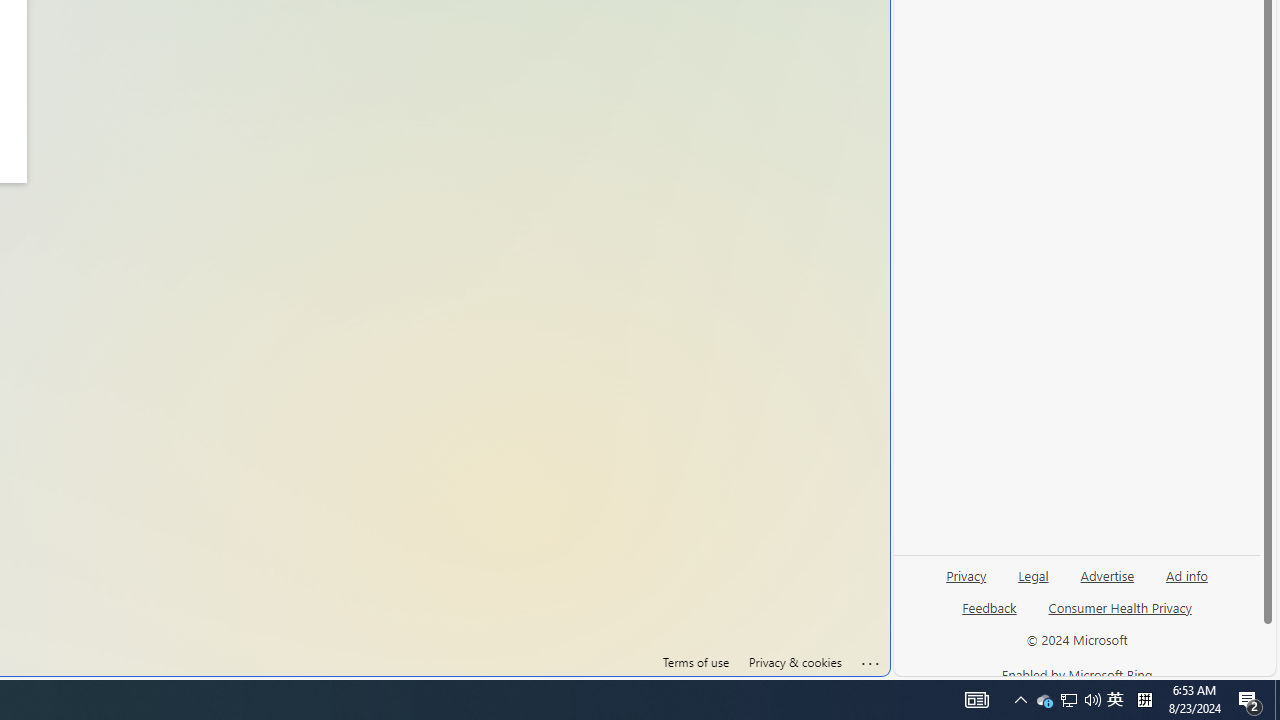  What do you see at coordinates (871, 659) in the screenshot?
I see `'Click here for troubleshooting information'` at bounding box center [871, 659].